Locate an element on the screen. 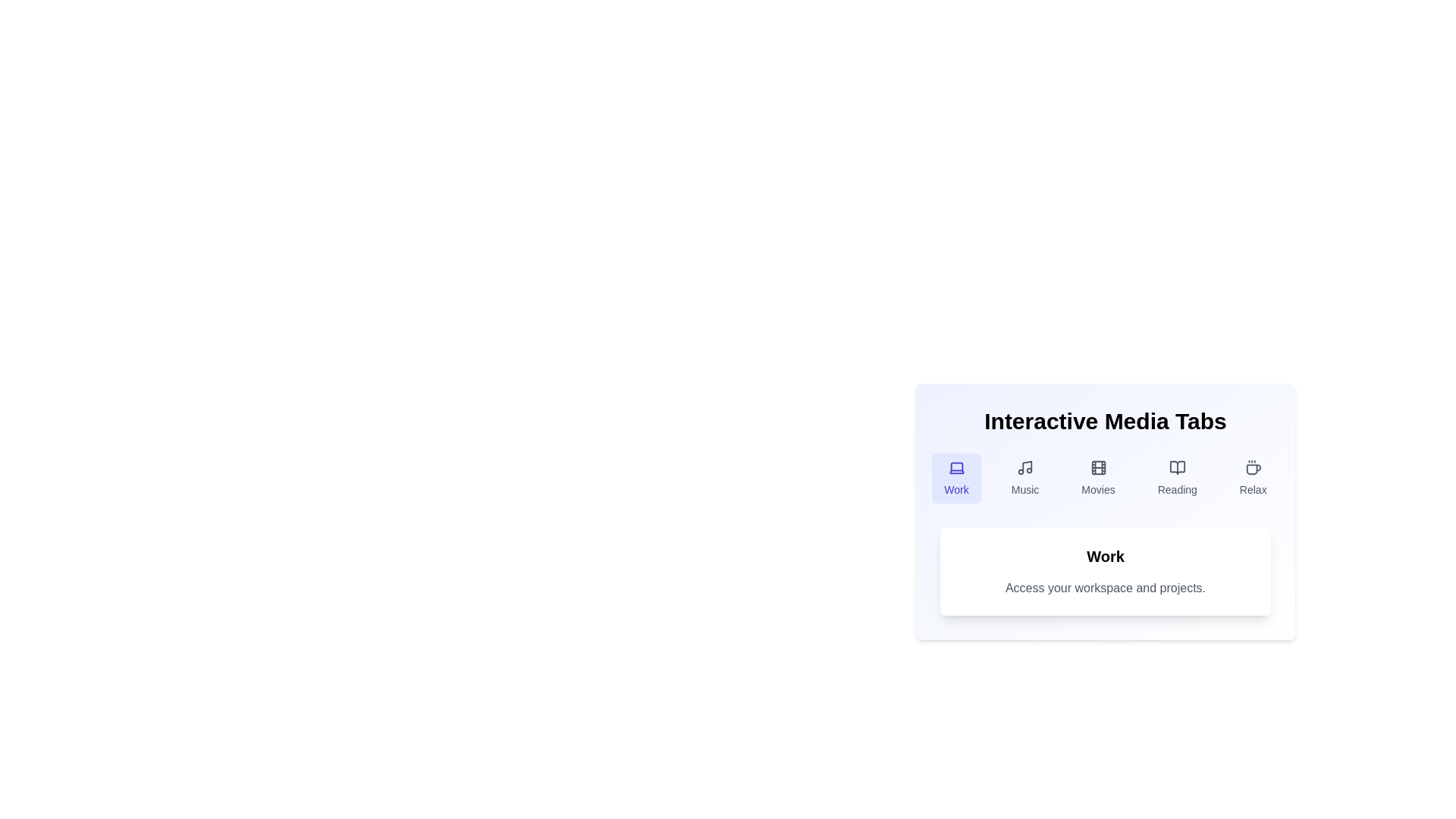  the tab labeled Reading by clicking on it is located at coordinates (1176, 479).